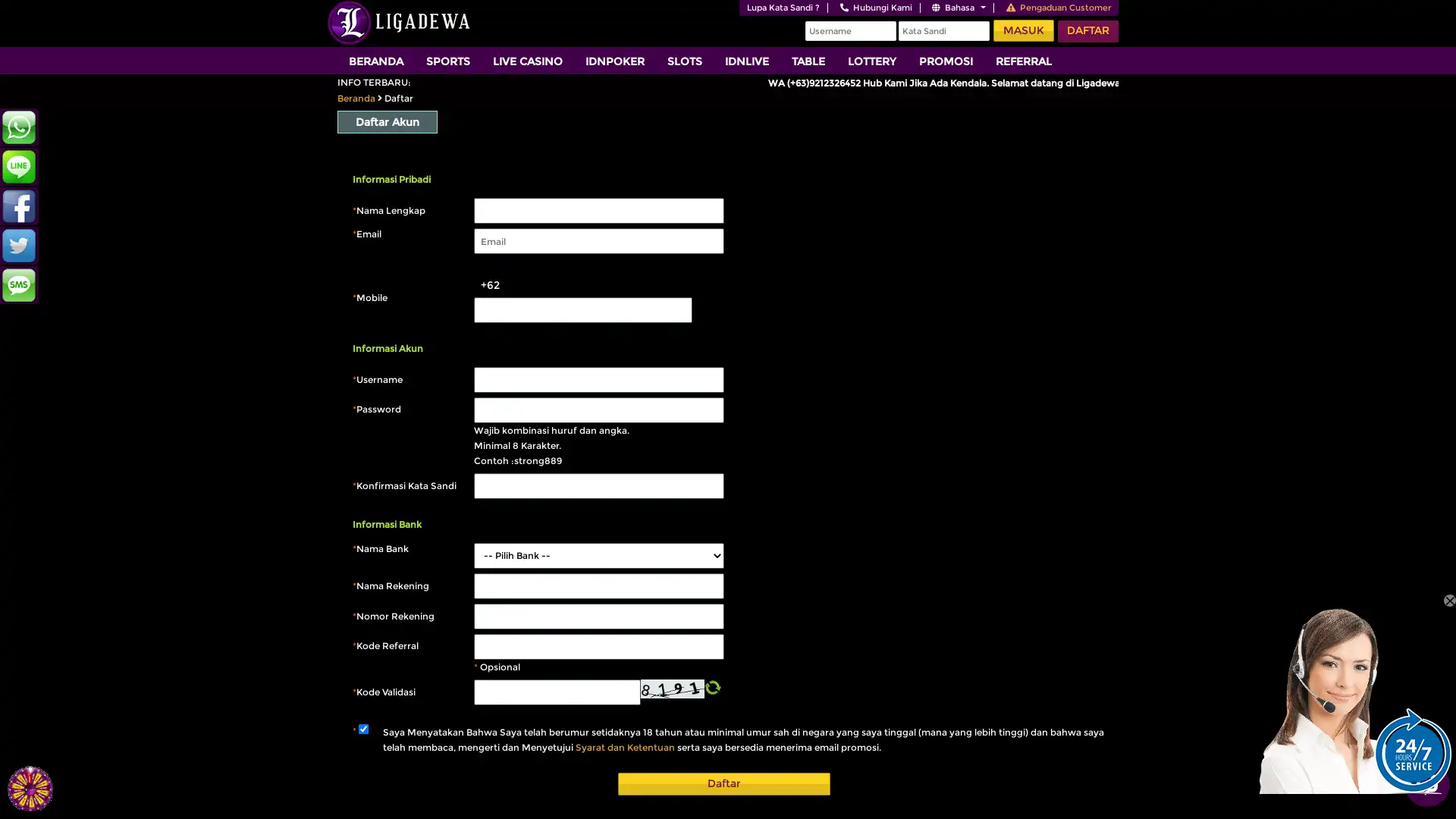 This screenshot has height=819, width=1456. What do you see at coordinates (1023, 30) in the screenshot?
I see `Masuk` at bounding box center [1023, 30].